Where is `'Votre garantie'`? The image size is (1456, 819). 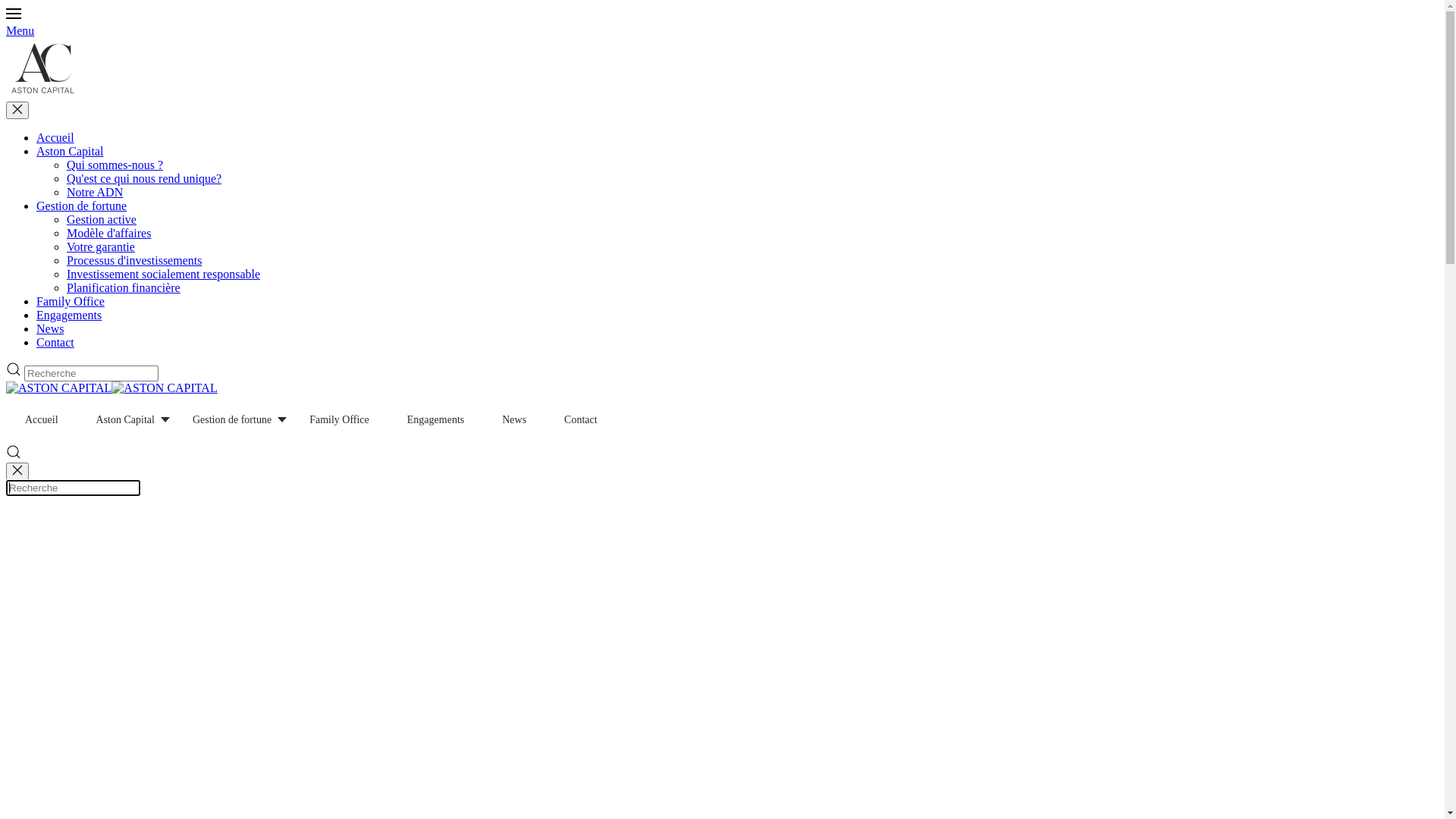 'Votre garantie' is located at coordinates (100, 246).